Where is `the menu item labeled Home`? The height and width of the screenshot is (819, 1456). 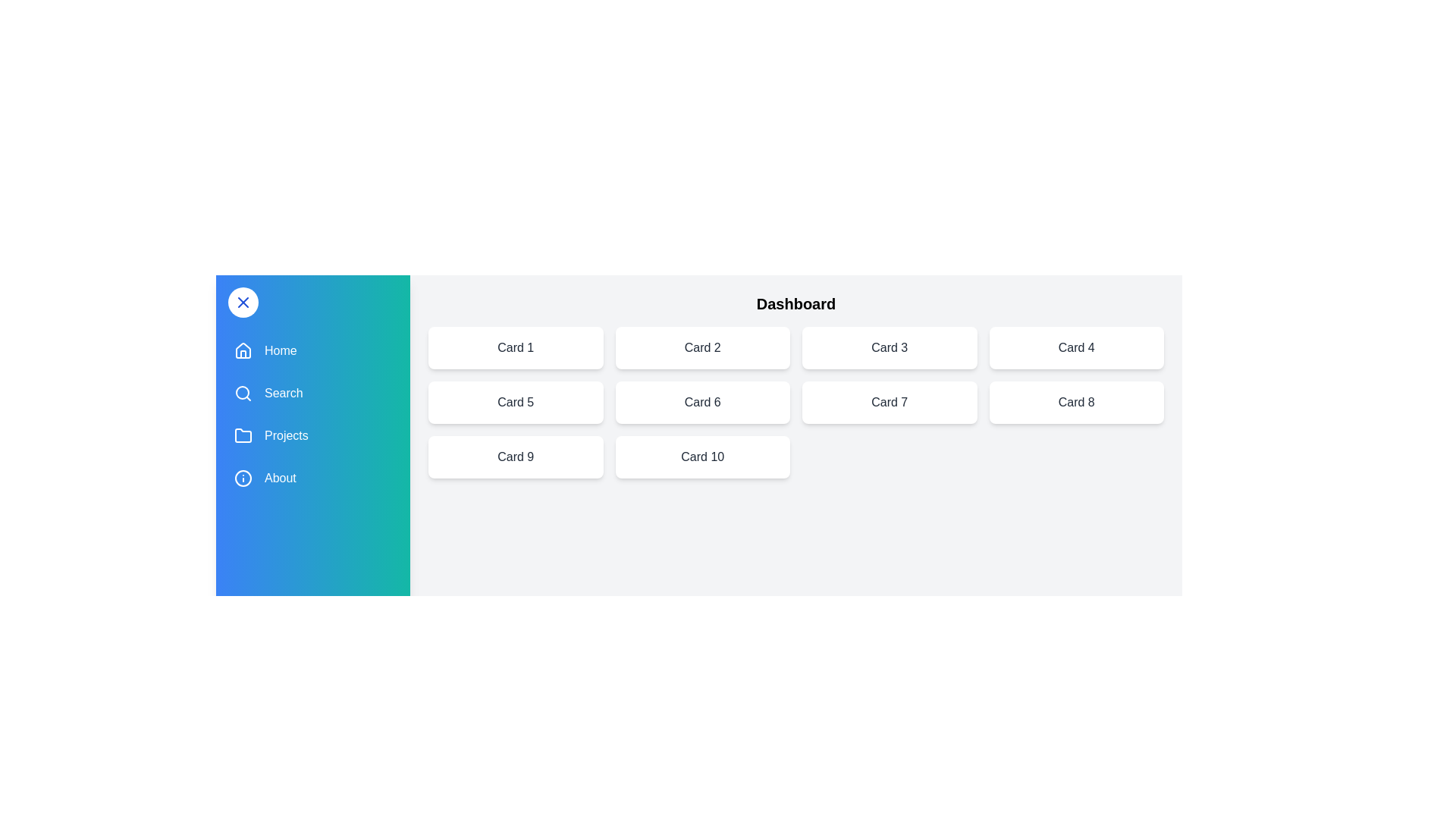
the menu item labeled Home is located at coordinates (312, 350).